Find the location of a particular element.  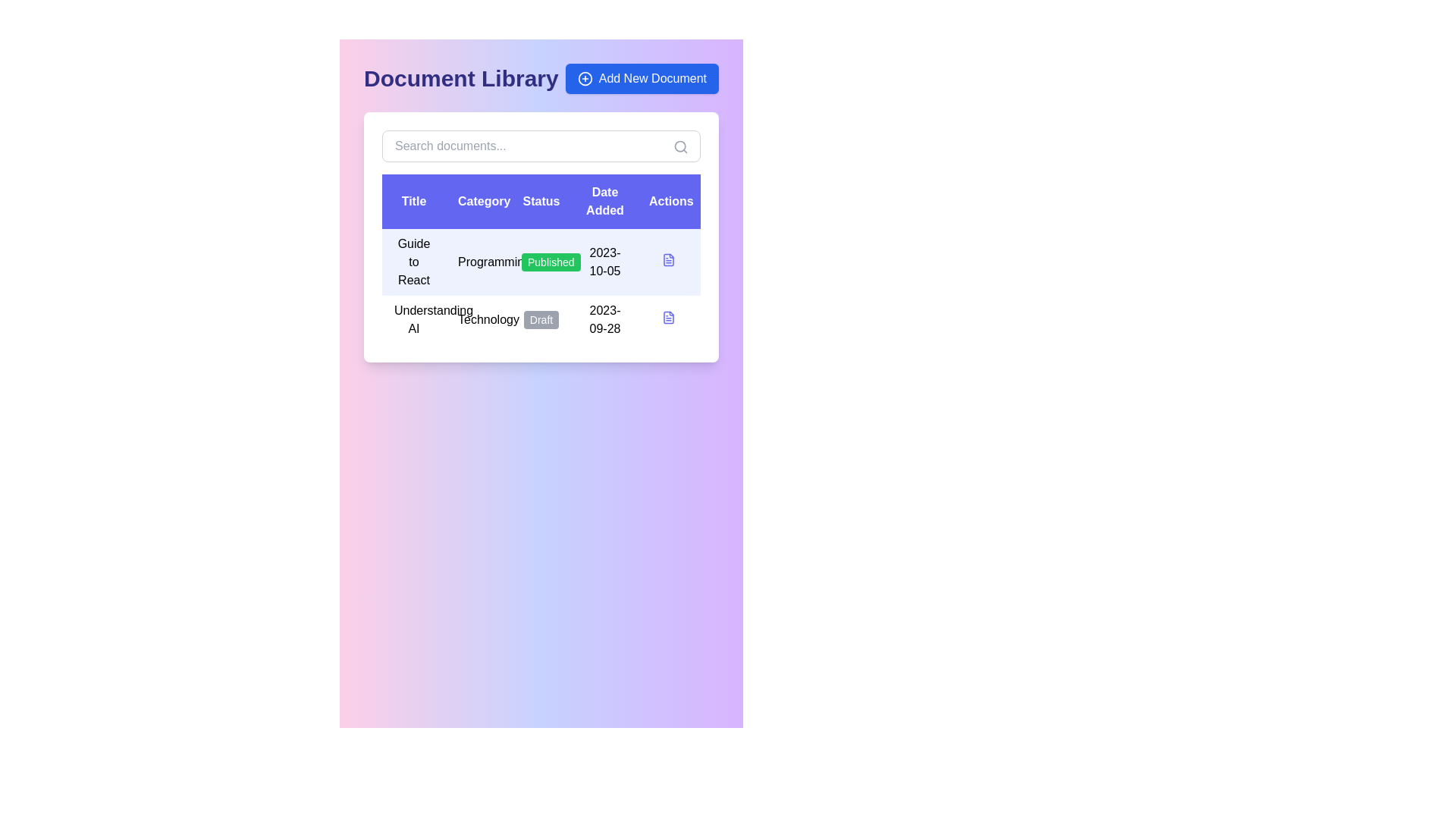

the document icon representing 'Guide to React' is located at coordinates (668, 315).